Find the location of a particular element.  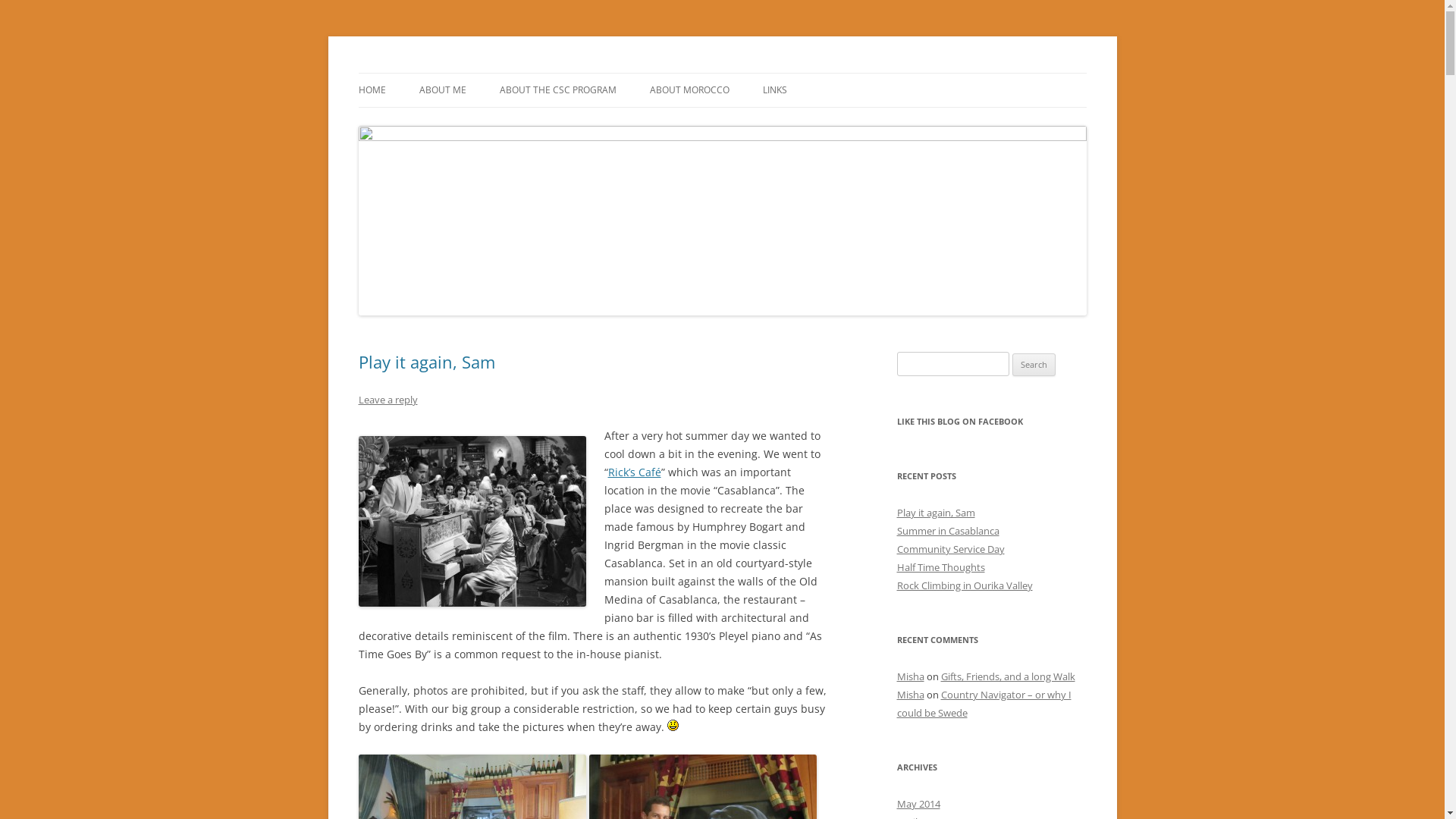

'Half Time Thoughts' is located at coordinates (939, 567).